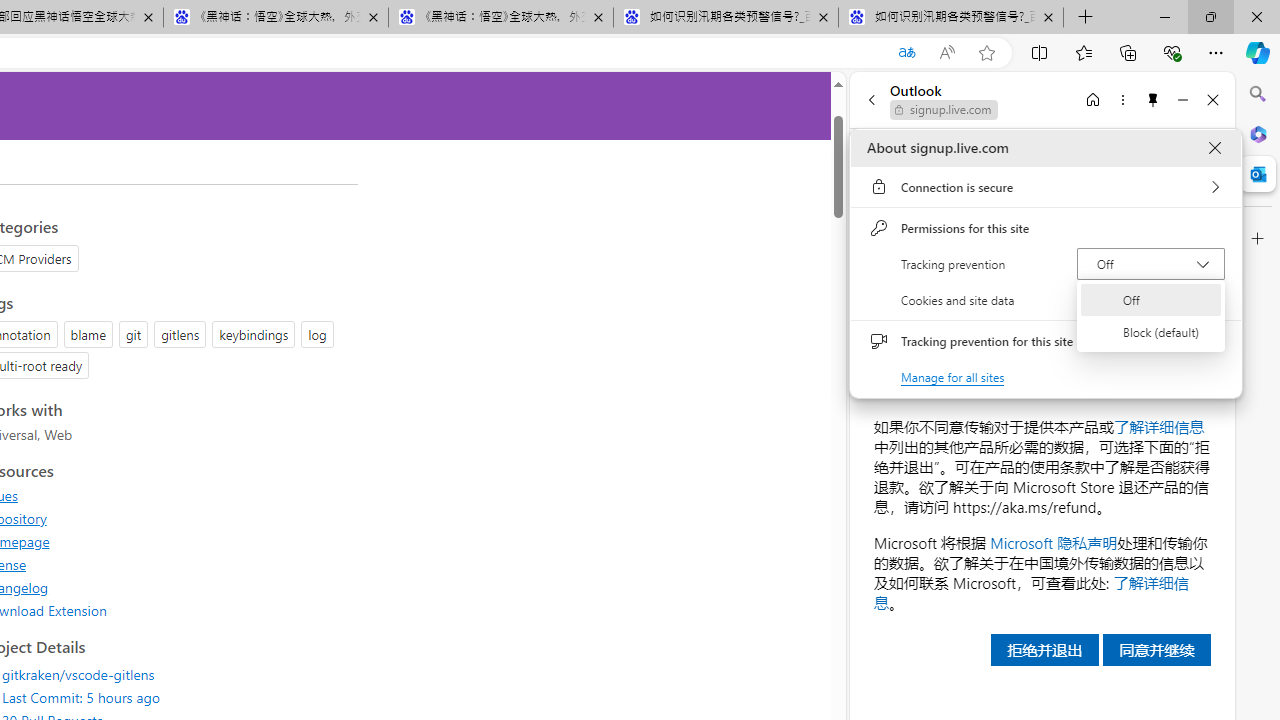 The image size is (1280, 720). Describe the element at coordinates (1045, 187) in the screenshot. I see `'Connection is secure'` at that location.